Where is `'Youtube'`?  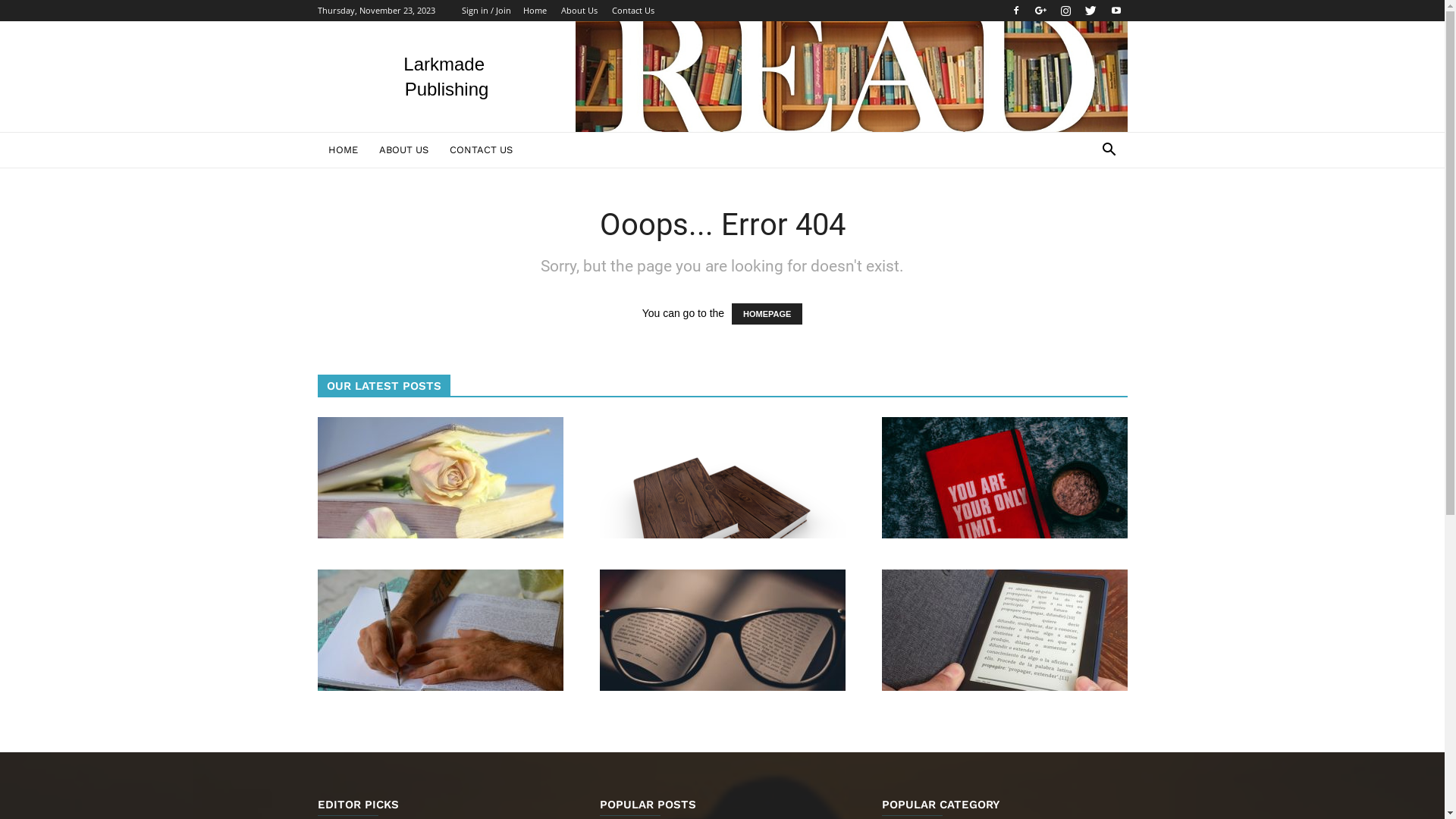
'Youtube' is located at coordinates (1103, 11).